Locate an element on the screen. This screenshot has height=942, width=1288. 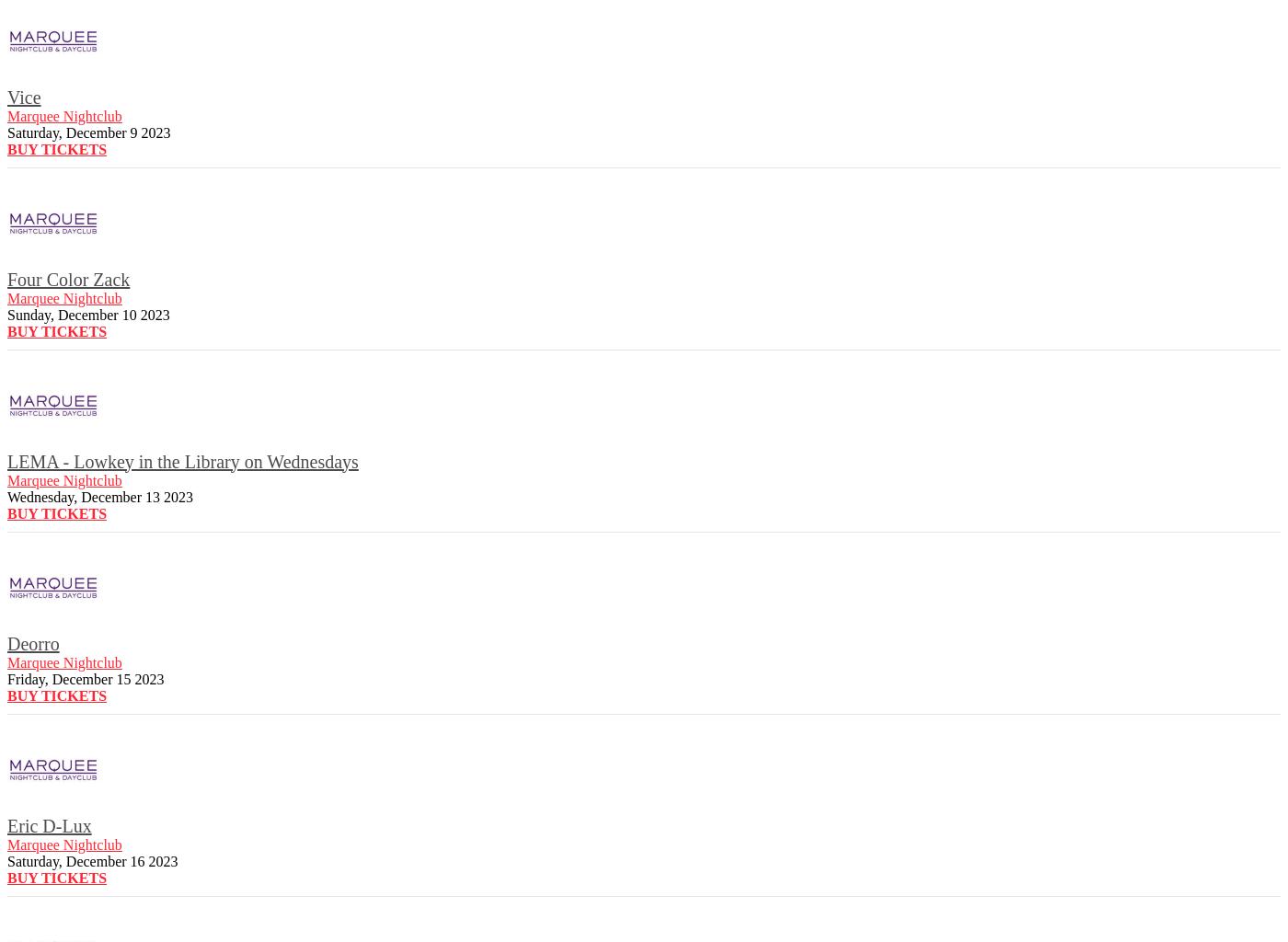
'Vice' is located at coordinates (24, 96).